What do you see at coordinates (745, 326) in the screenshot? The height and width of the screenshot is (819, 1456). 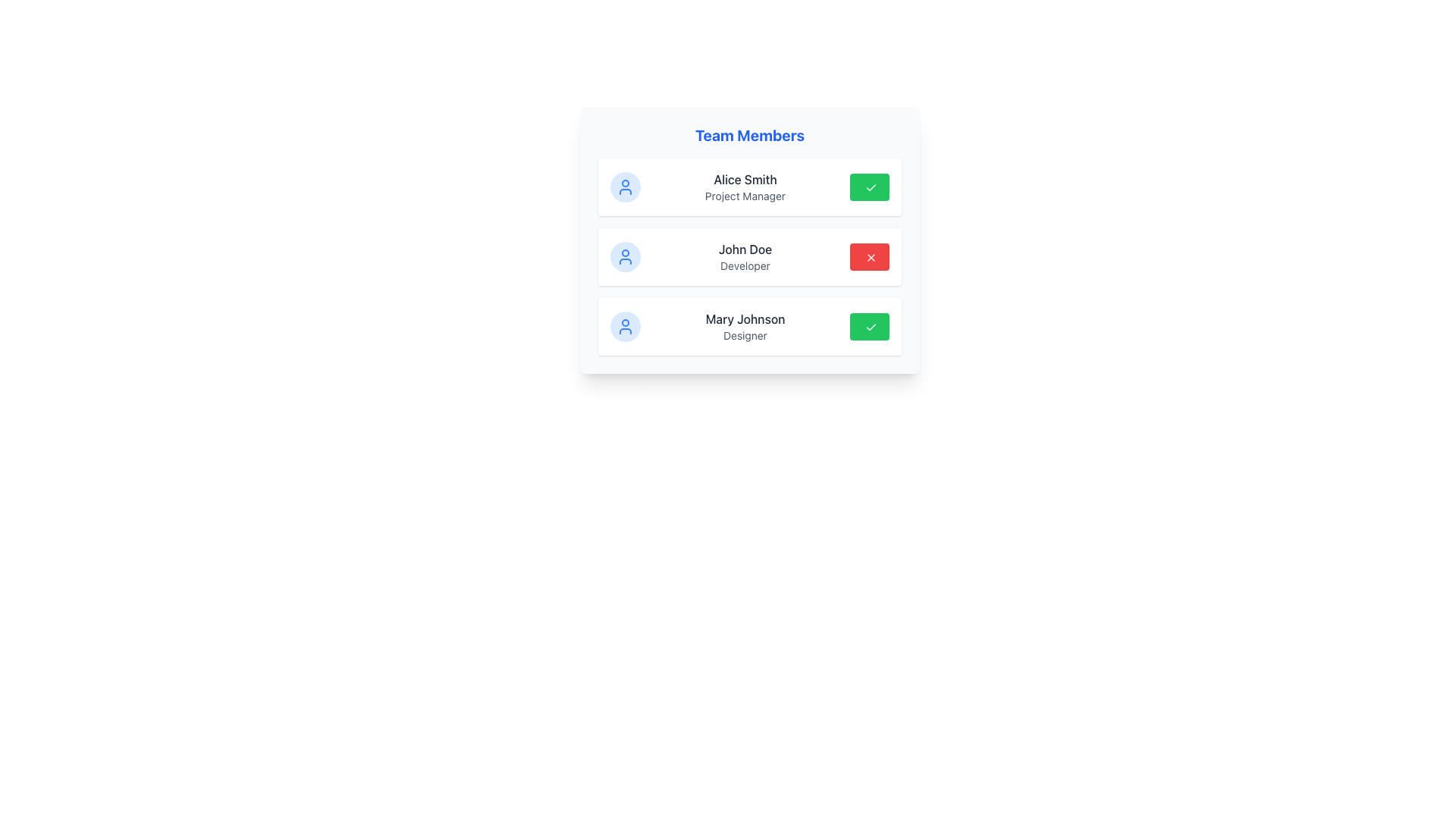 I see `the third item` at bounding box center [745, 326].